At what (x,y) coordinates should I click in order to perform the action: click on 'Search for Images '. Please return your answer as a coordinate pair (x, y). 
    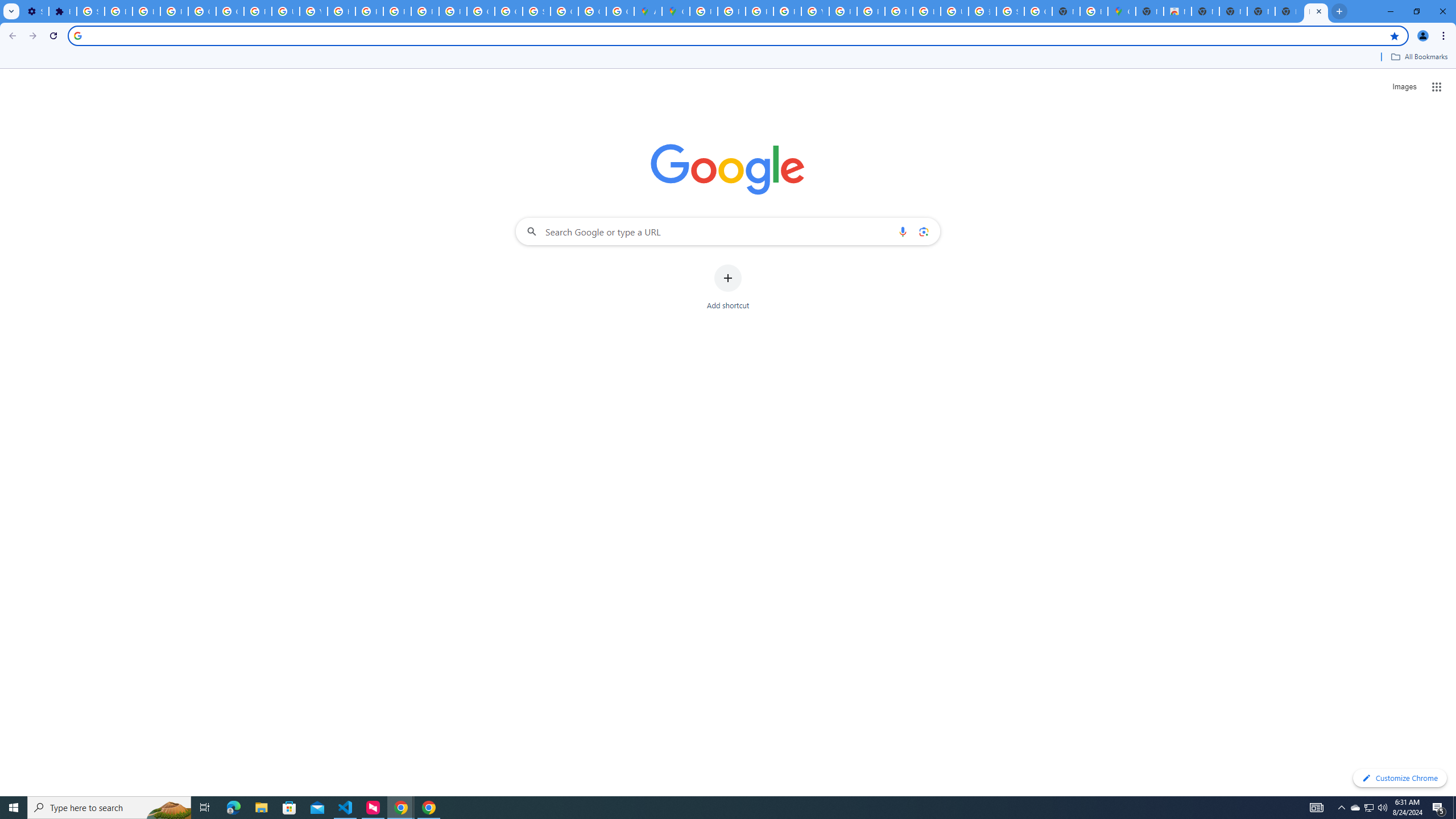
    Looking at the image, I should click on (1404, 87).